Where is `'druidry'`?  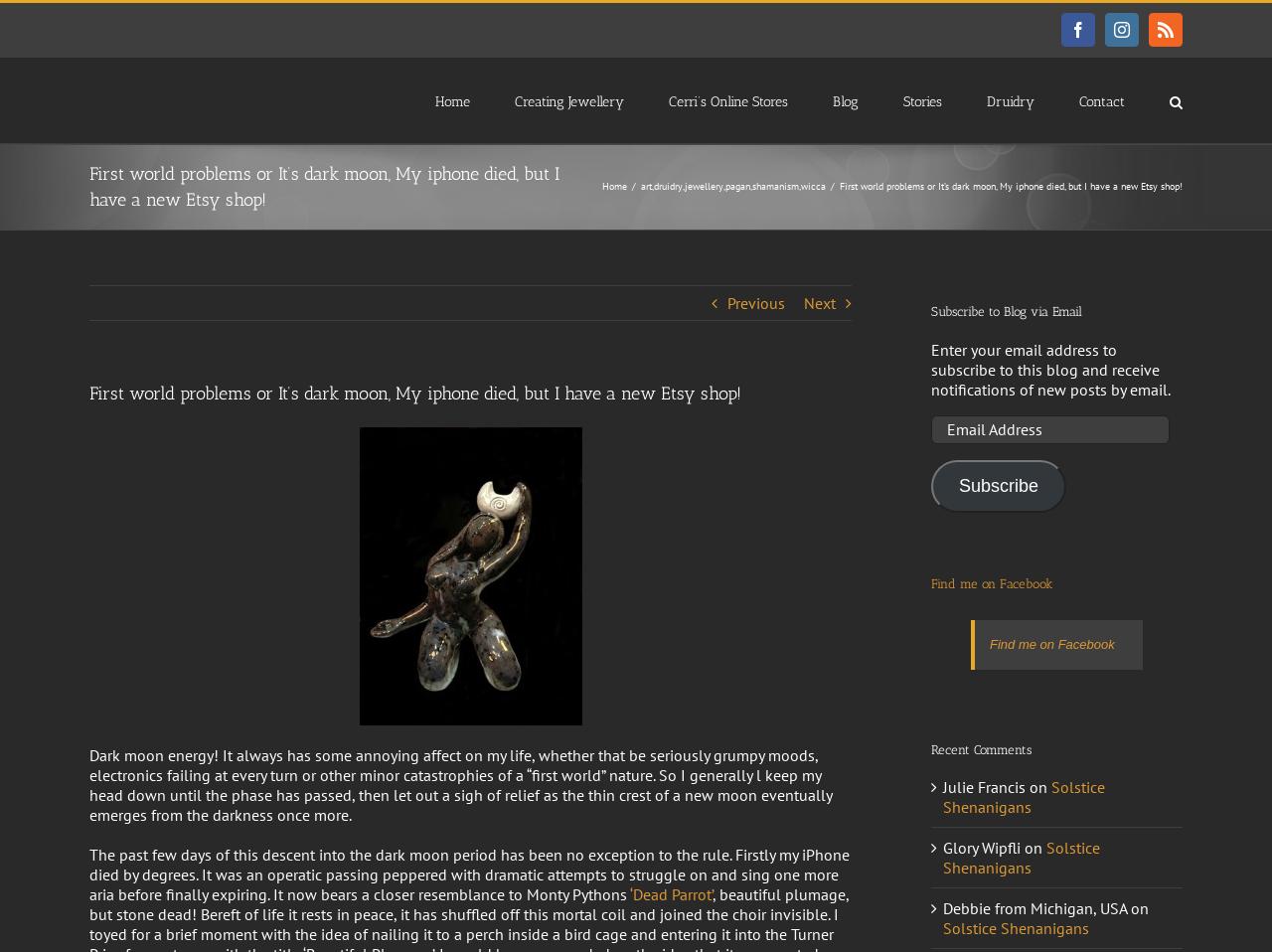 'druidry' is located at coordinates (668, 185).